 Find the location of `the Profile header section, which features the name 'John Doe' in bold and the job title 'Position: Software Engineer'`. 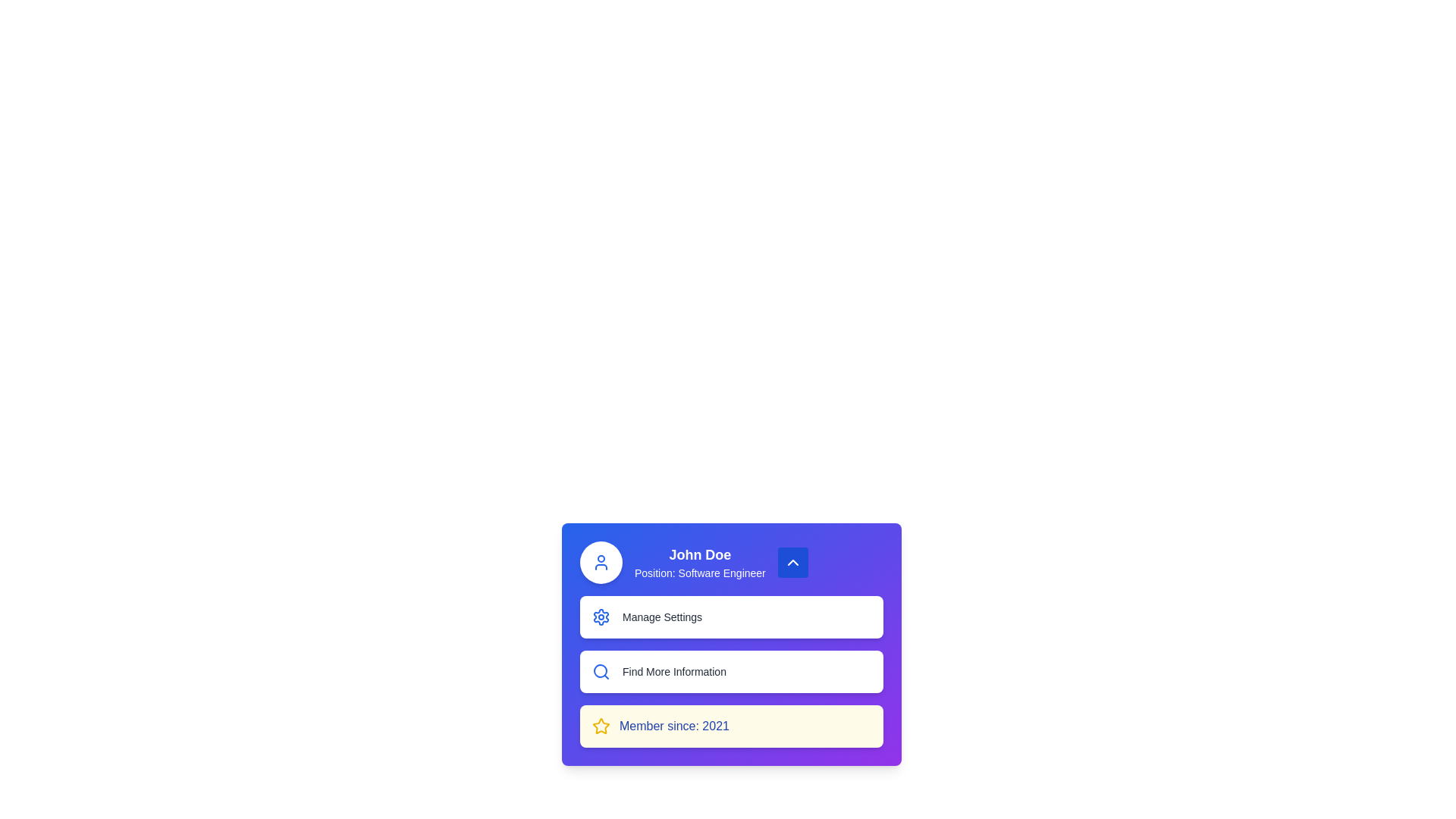

the Profile header section, which features the name 'John Doe' in bold and the job title 'Position: Software Engineer' is located at coordinates (731, 562).